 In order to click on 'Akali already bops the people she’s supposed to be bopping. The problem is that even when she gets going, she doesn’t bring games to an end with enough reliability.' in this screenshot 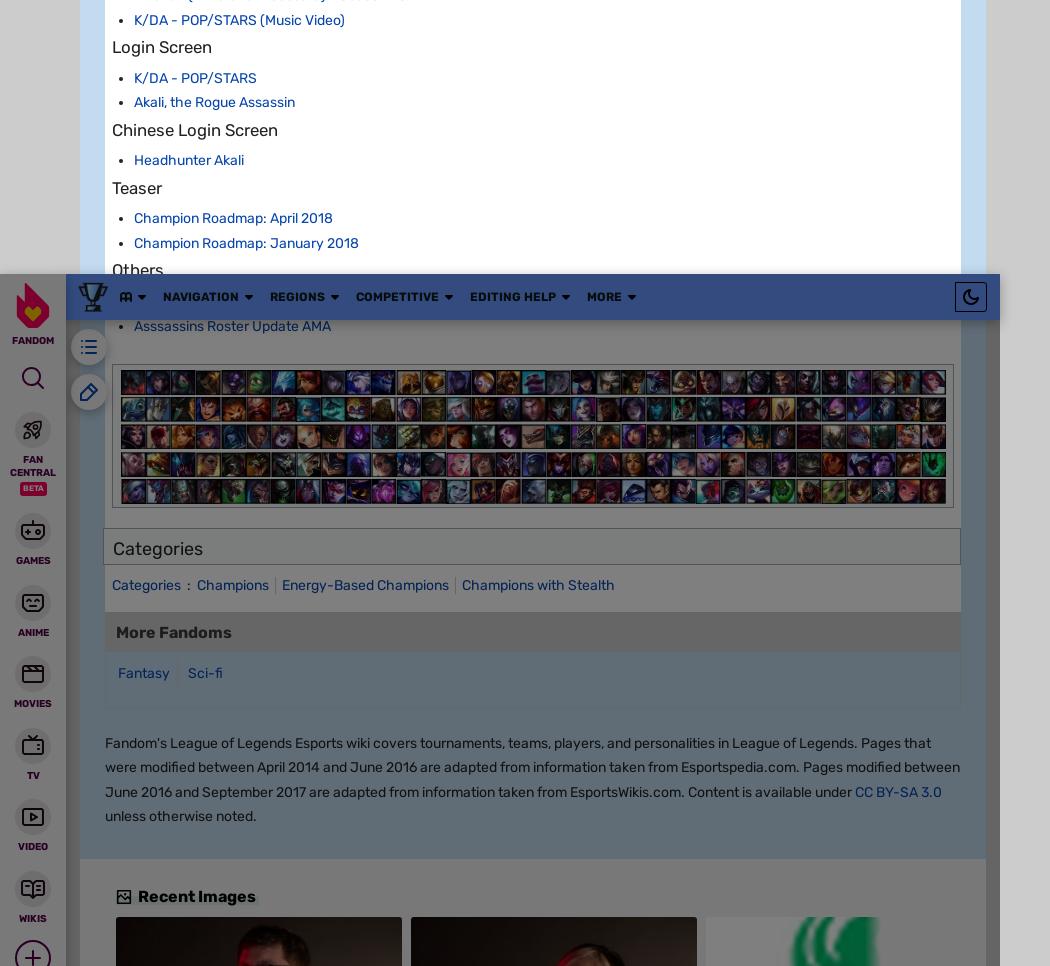, I will do `click(530, 868)`.